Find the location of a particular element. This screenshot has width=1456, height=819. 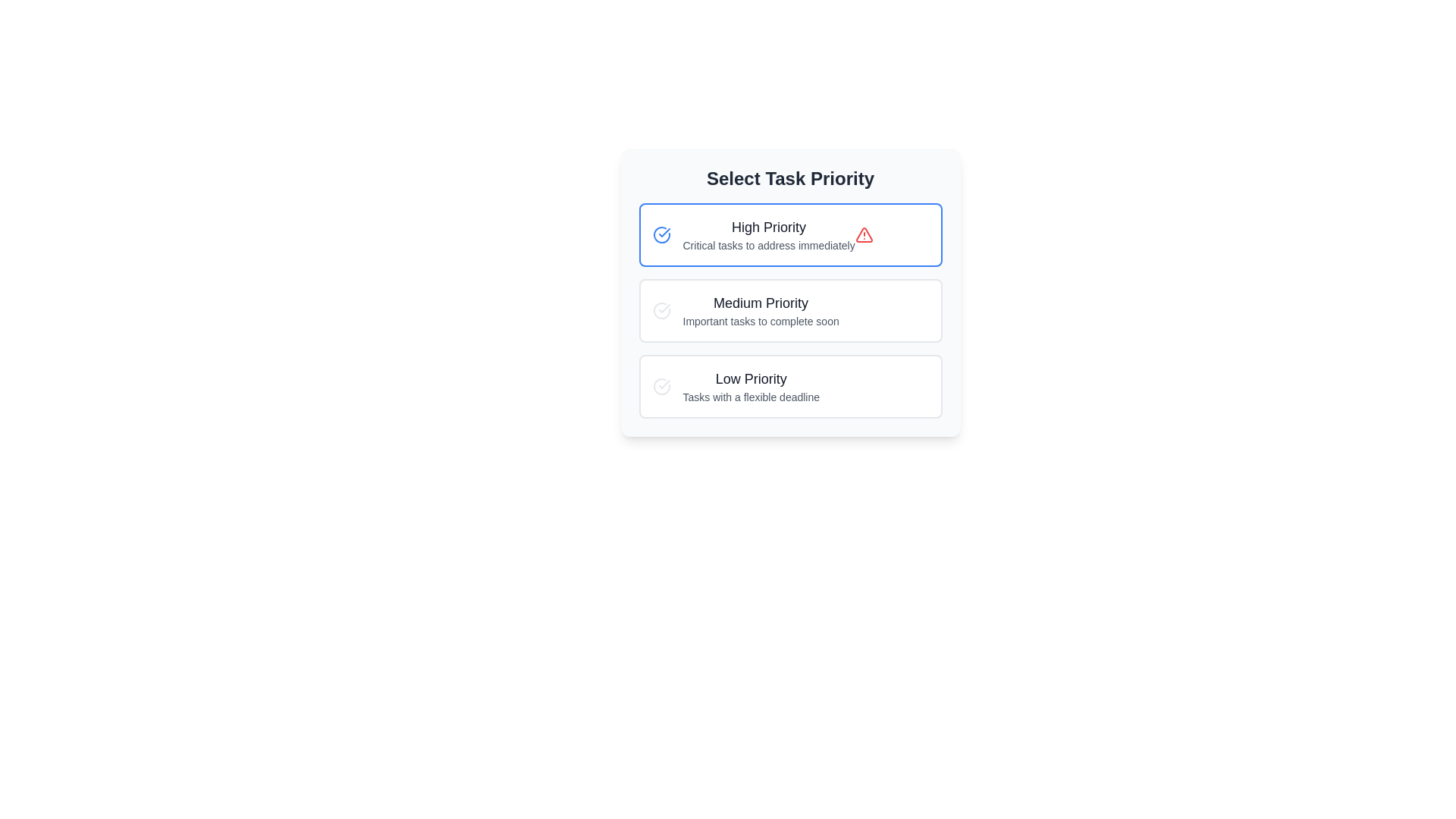

the text snippet styled in smaller gray font reading 'Tasks with a flexible deadline', which is located beneath the bold text 'Low Priority' in the card labeled 'Low Priority' is located at coordinates (751, 397).